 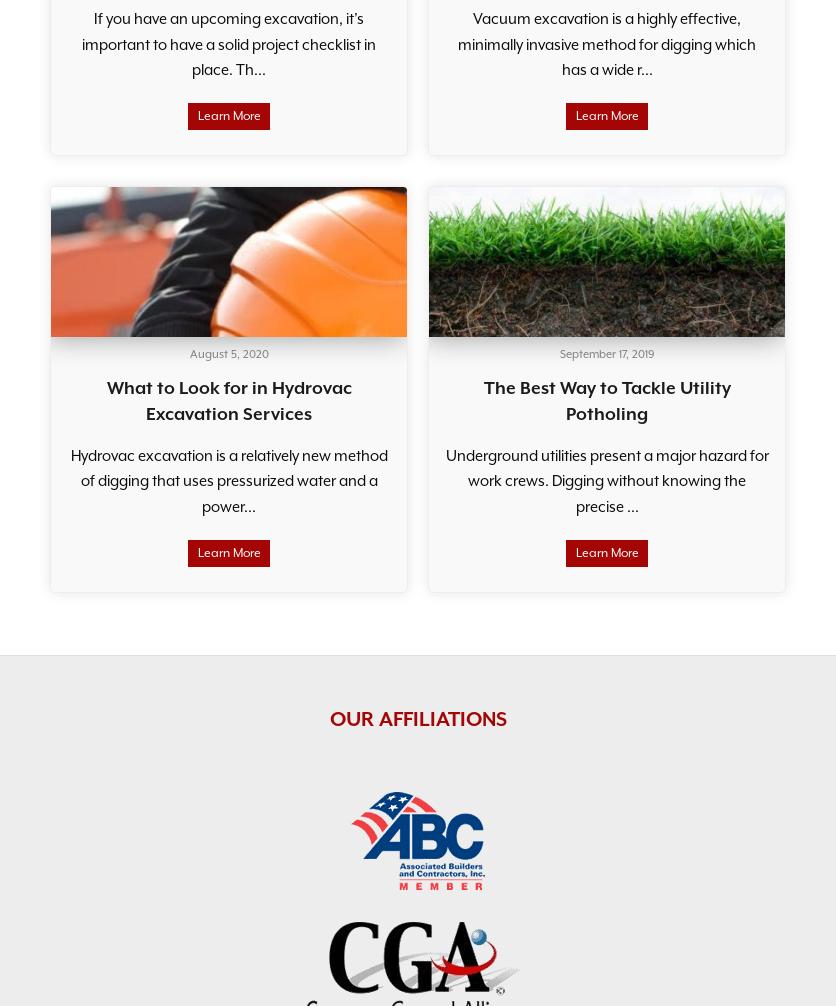 What do you see at coordinates (605, 353) in the screenshot?
I see `'September 17, 2019'` at bounding box center [605, 353].